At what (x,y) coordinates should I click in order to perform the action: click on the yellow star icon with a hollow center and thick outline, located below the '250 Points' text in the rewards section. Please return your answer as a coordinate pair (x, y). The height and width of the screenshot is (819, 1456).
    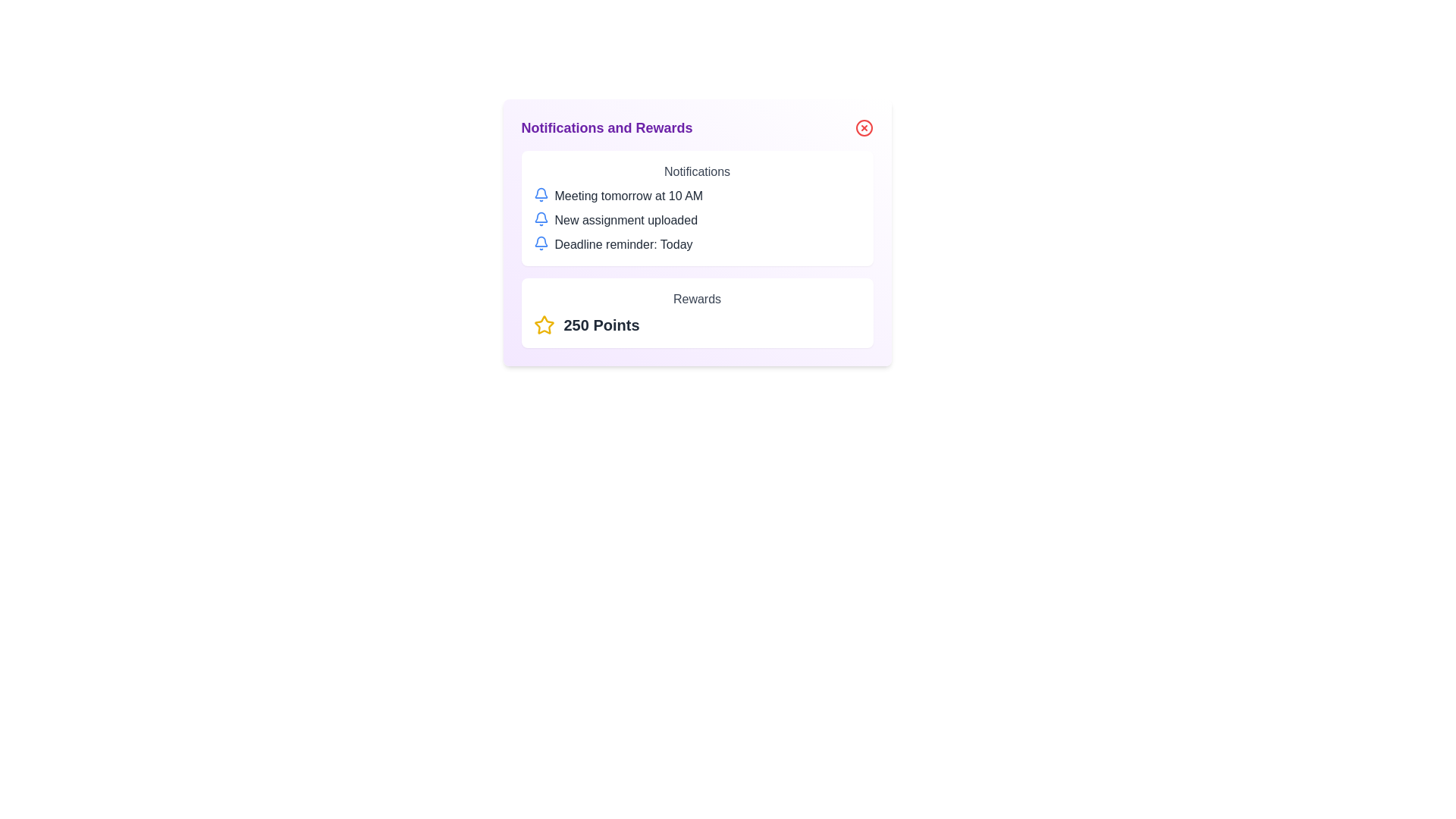
    Looking at the image, I should click on (544, 324).